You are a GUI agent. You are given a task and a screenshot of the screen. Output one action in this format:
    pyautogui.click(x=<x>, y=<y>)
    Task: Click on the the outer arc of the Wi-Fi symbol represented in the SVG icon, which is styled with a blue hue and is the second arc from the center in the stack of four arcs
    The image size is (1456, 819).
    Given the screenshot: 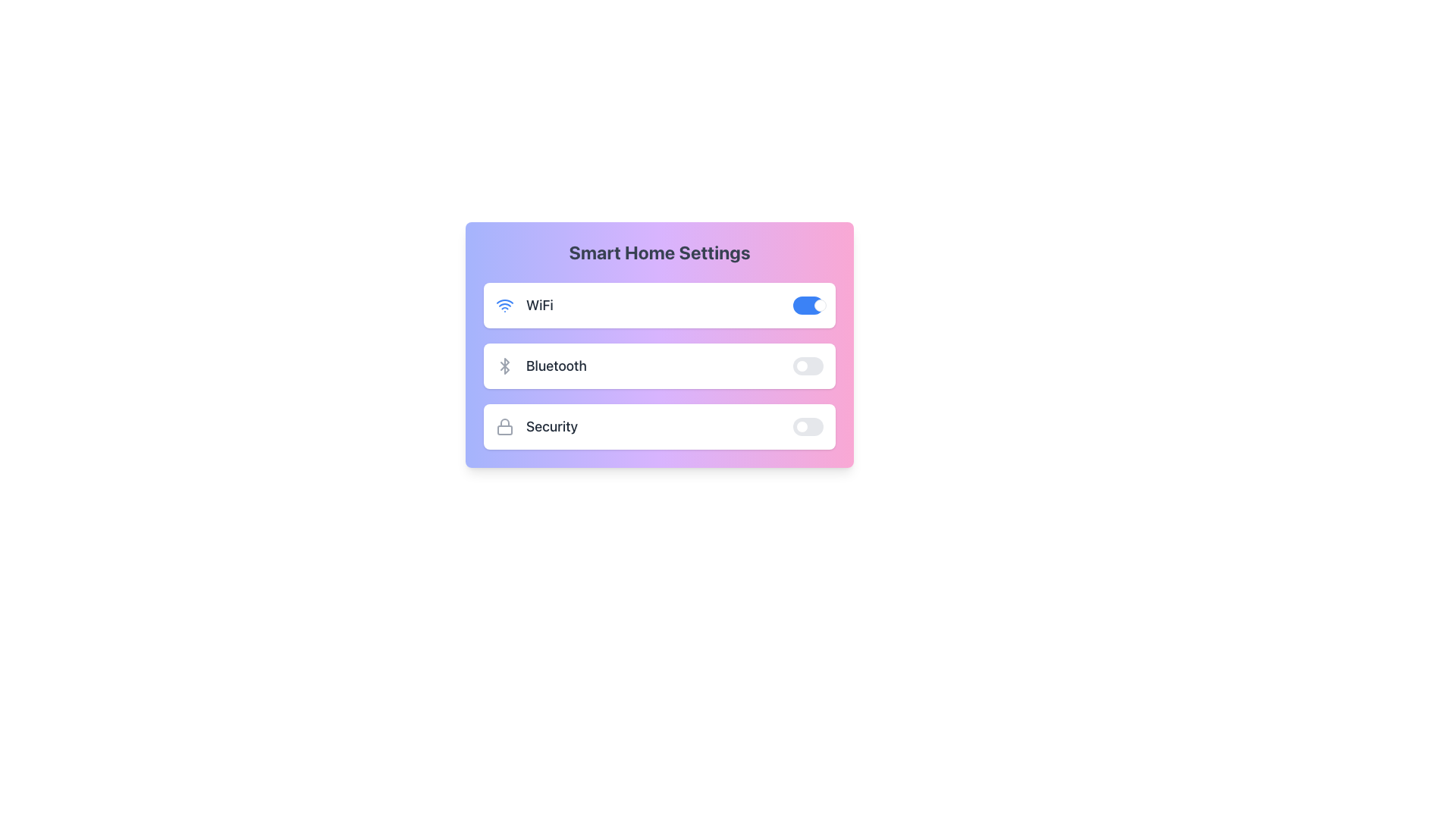 What is the action you would take?
    pyautogui.click(x=505, y=301)
    